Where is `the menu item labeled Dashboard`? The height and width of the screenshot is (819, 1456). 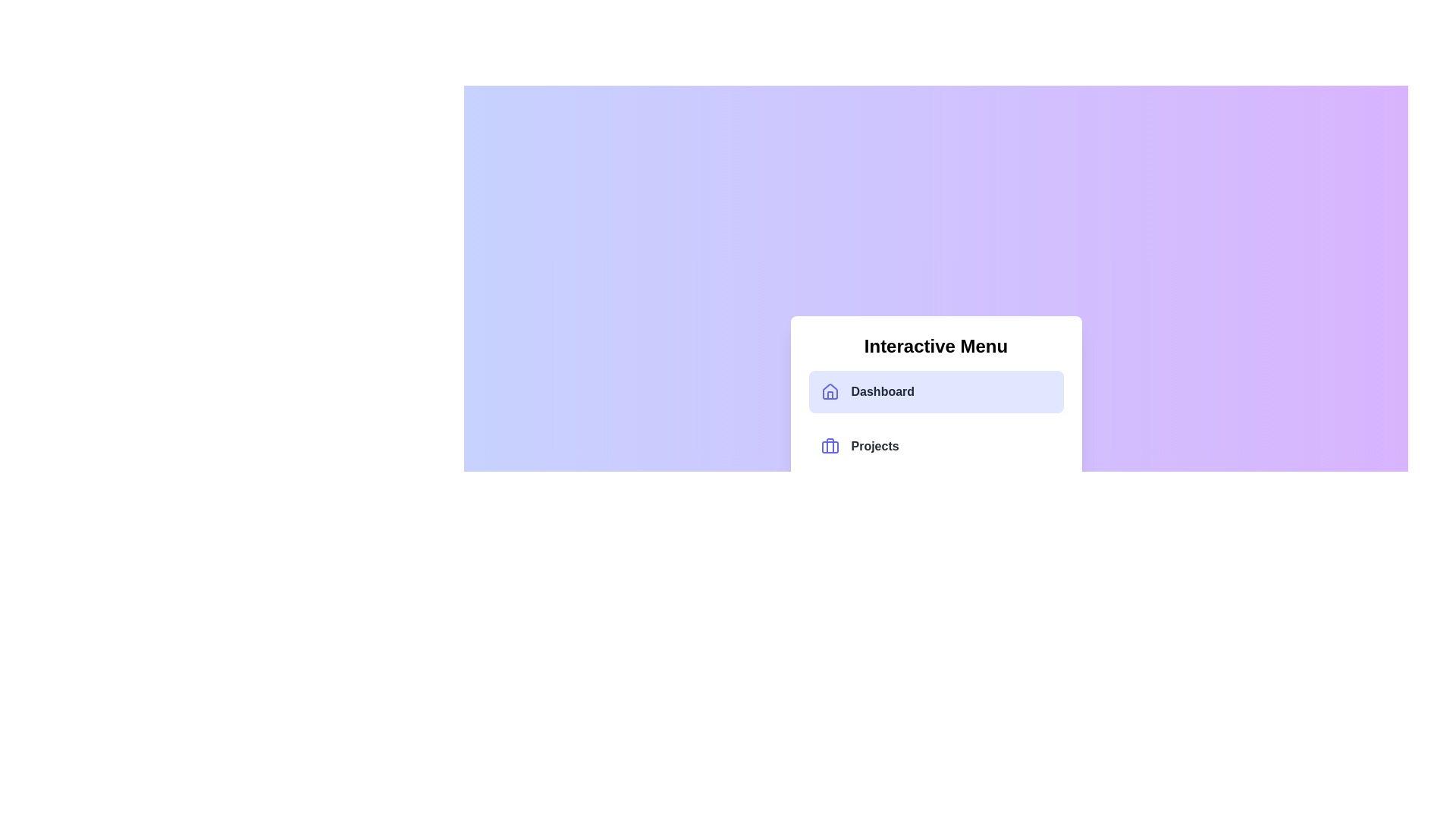
the menu item labeled Dashboard is located at coordinates (935, 391).